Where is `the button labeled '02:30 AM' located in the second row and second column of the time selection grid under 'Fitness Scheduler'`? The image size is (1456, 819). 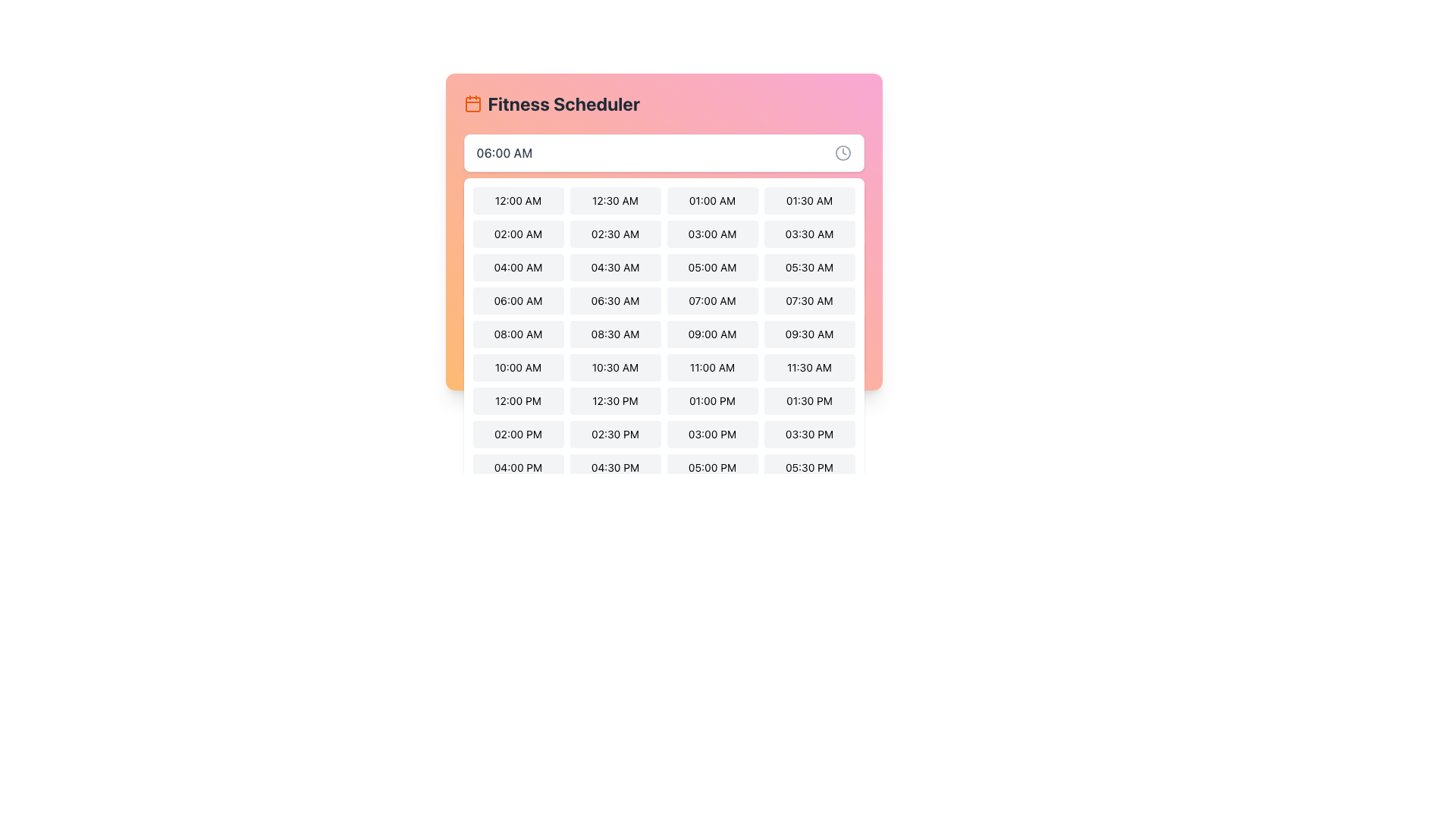
the button labeled '02:30 AM' located in the second row and second column of the time selection grid under 'Fitness Scheduler' is located at coordinates (664, 231).